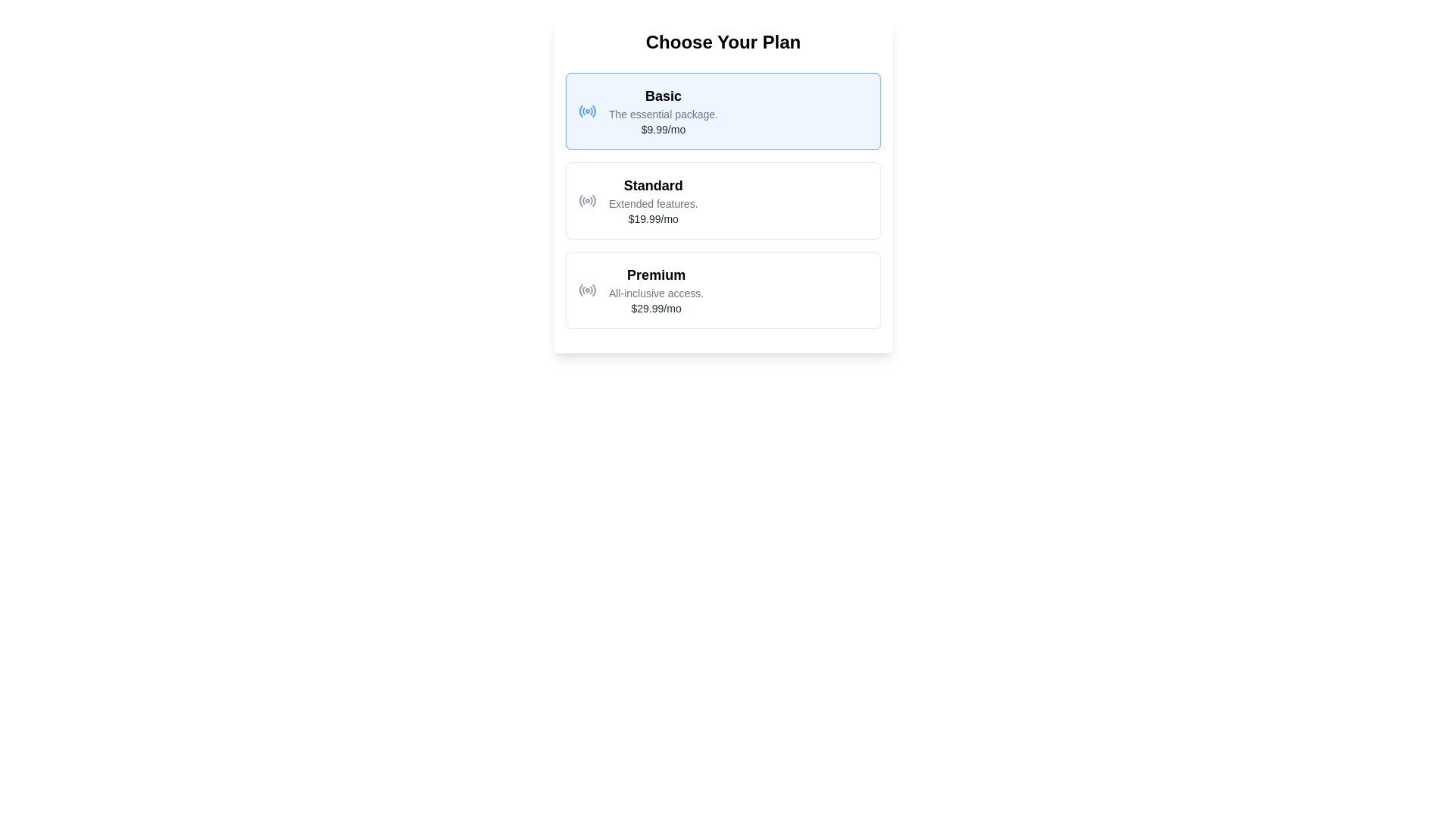  I want to click on the descriptive label for the Premium plan, which states 'All-inclusive access.', so click(656, 293).